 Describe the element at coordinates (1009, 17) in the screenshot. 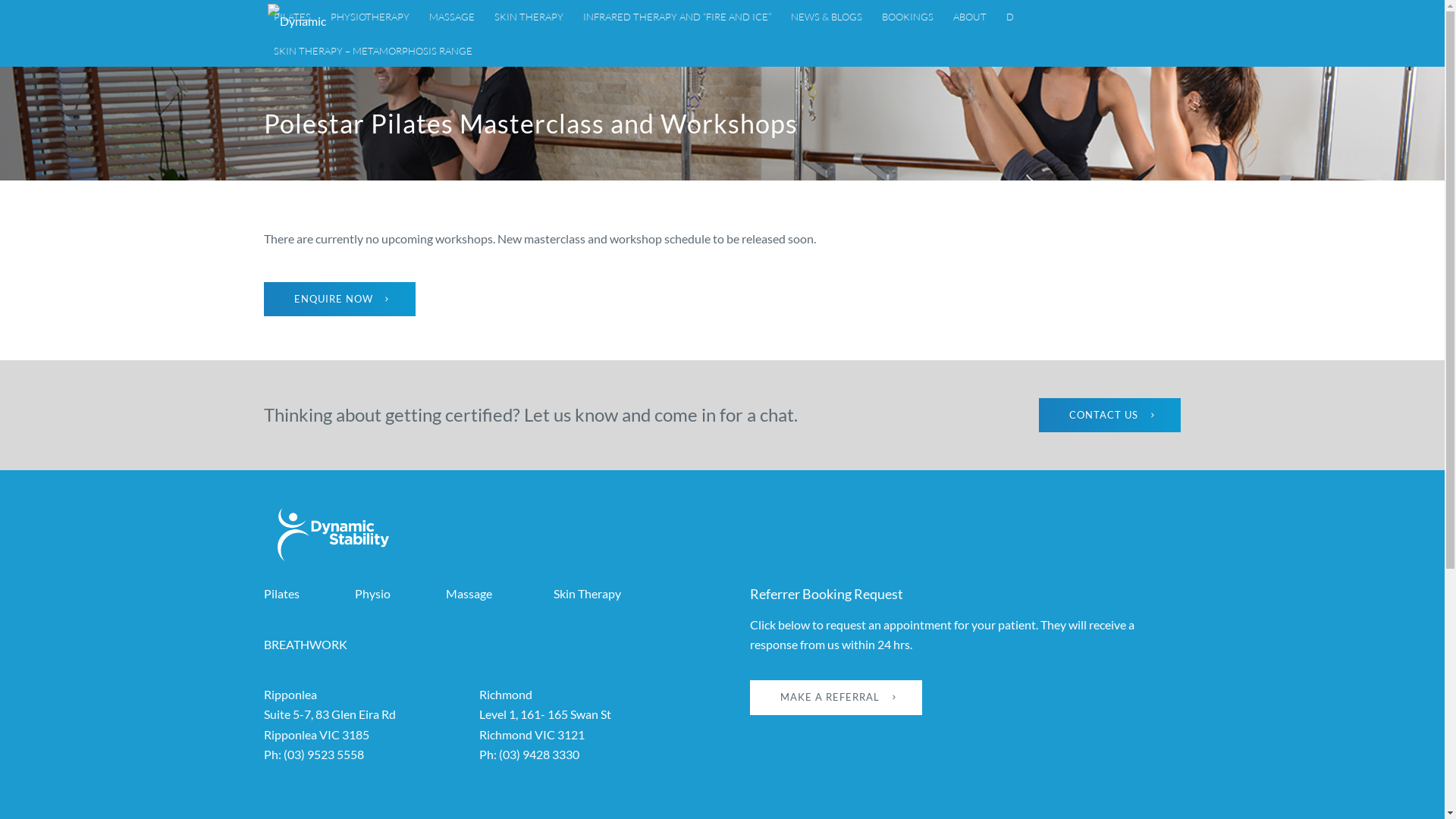

I see `'D'` at that location.